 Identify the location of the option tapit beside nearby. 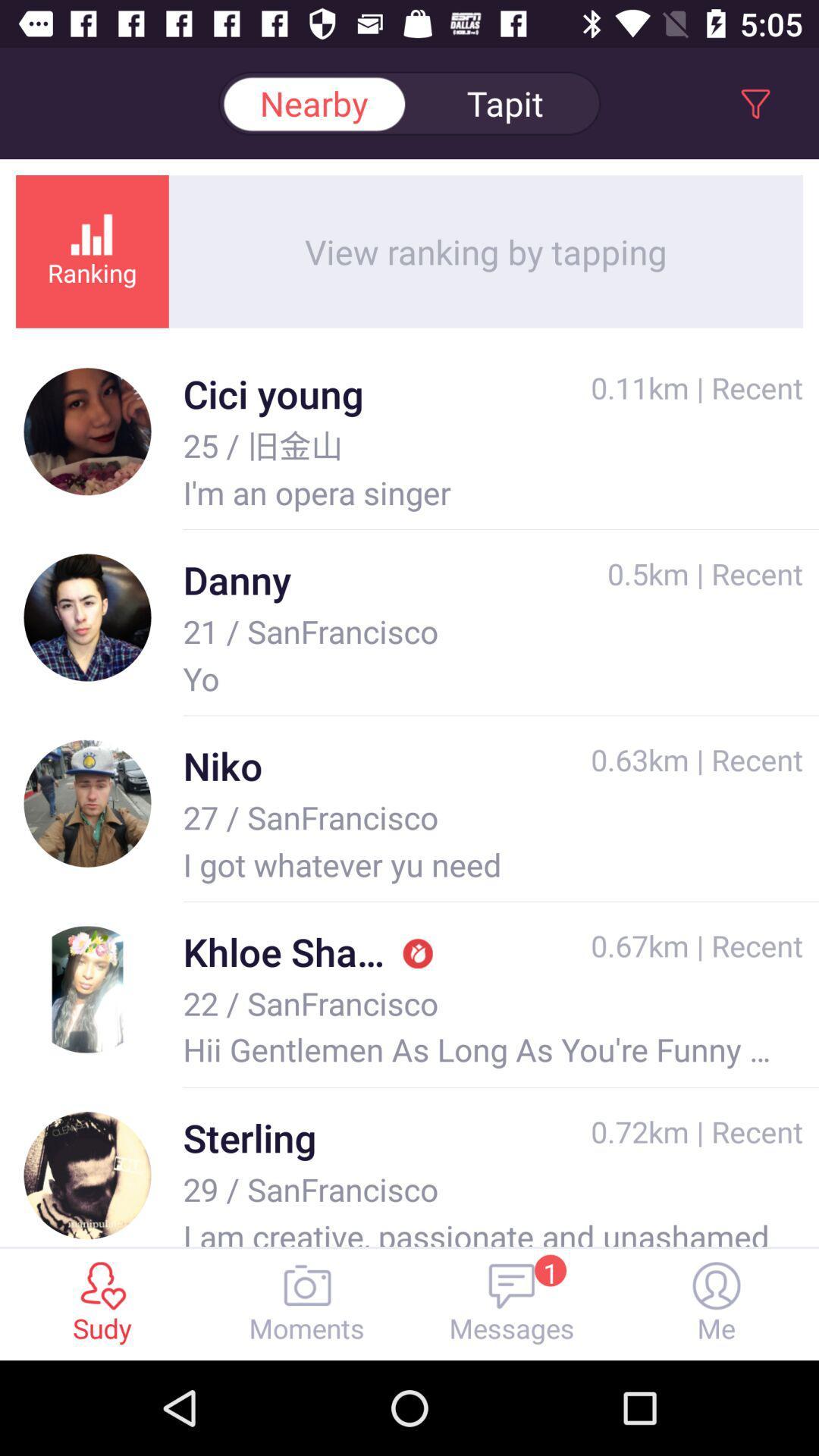
(505, 103).